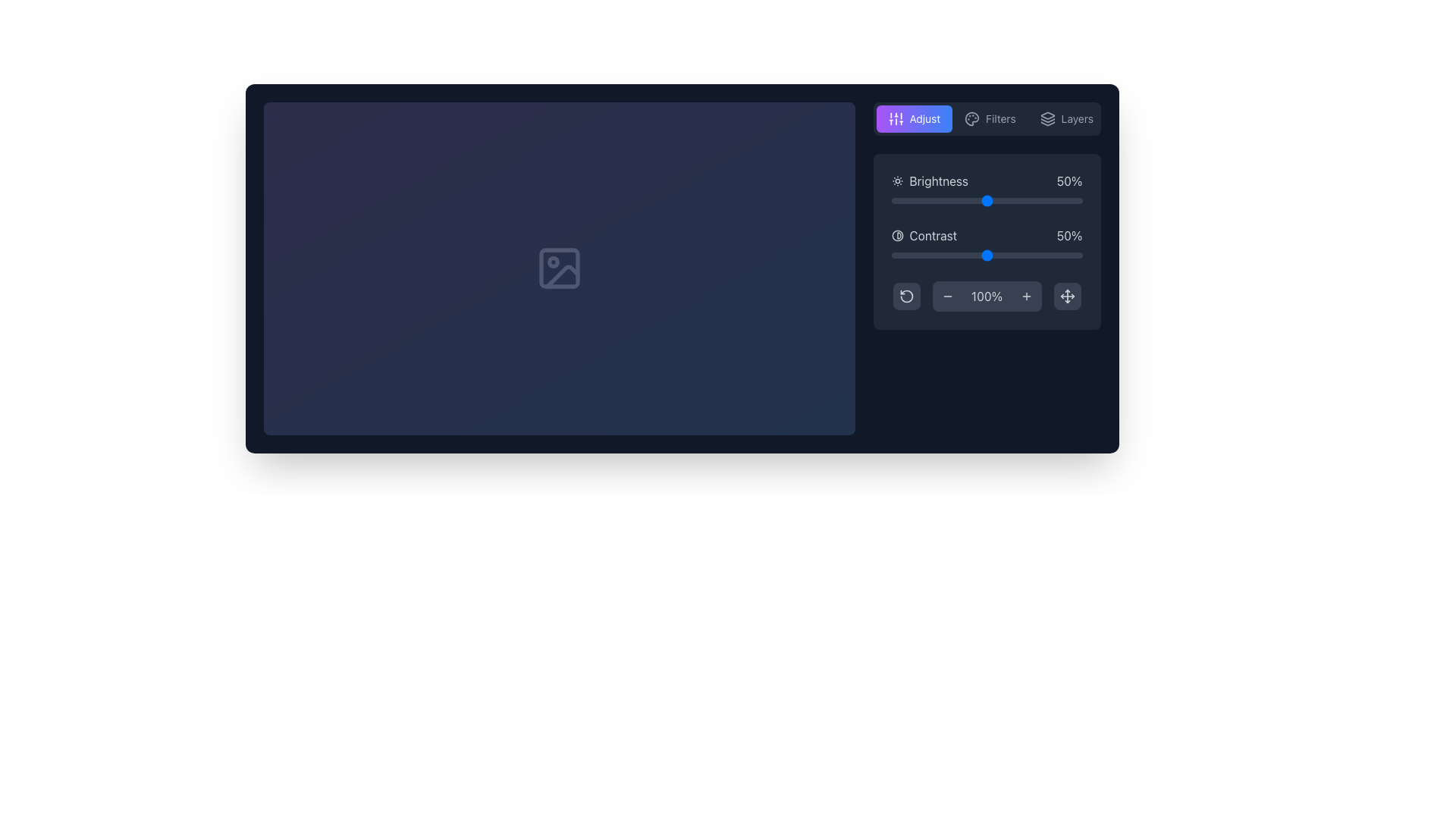 The width and height of the screenshot is (1456, 819). What do you see at coordinates (932, 254) in the screenshot?
I see `the contrast value` at bounding box center [932, 254].